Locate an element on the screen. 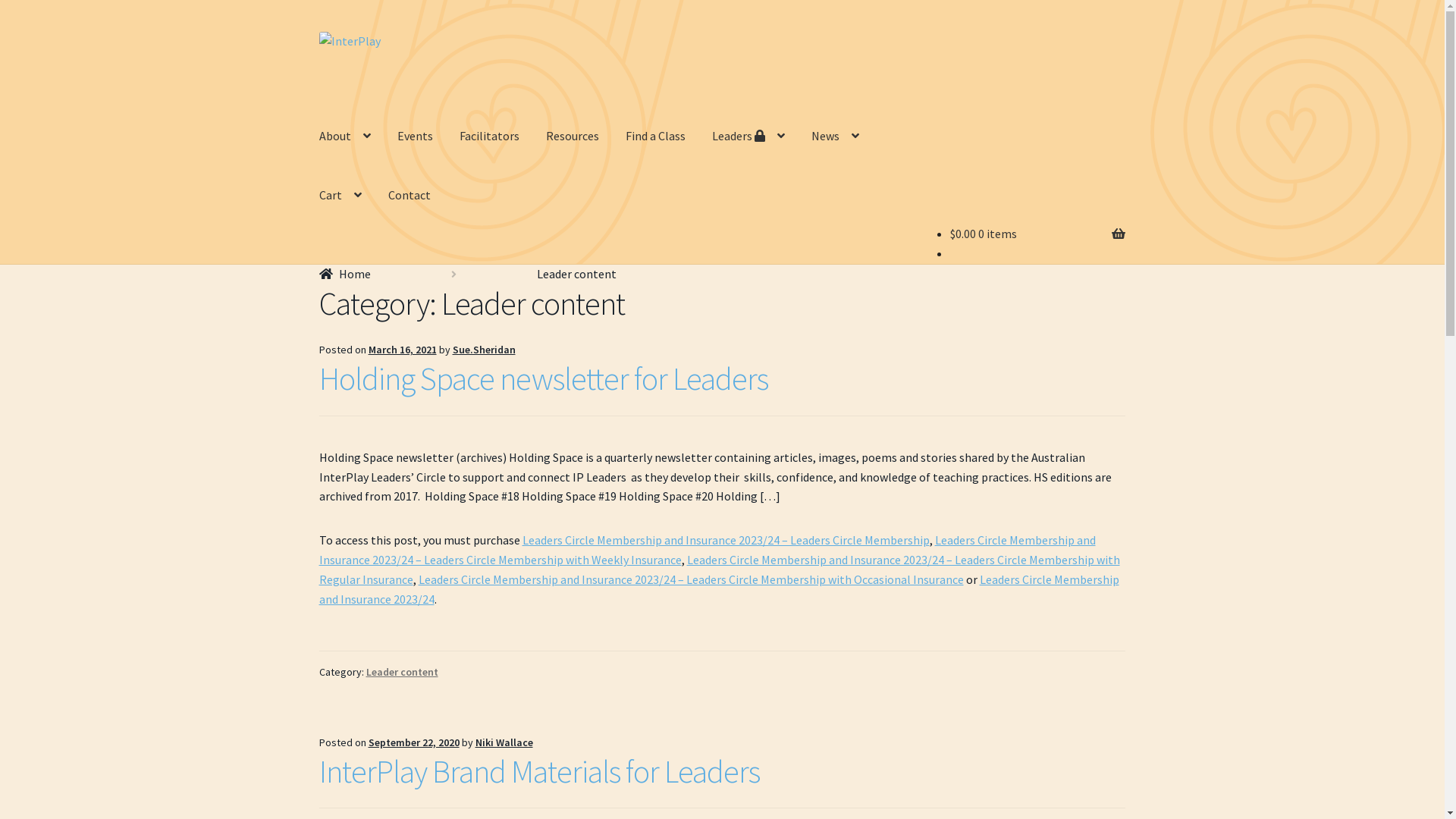 Image resolution: width=1456 pixels, height=819 pixels. 'March 16, 2021' is located at coordinates (403, 350).